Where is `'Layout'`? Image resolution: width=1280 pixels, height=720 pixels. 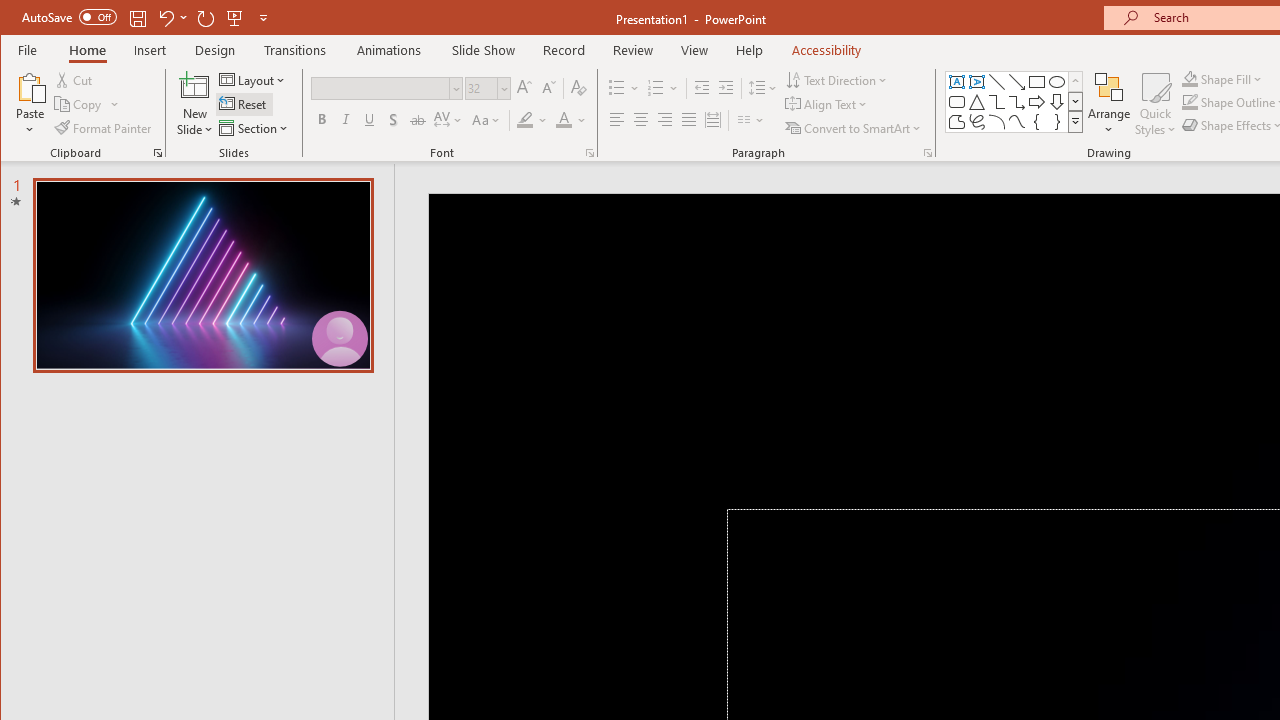
'Layout' is located at coordinates (253, 79).